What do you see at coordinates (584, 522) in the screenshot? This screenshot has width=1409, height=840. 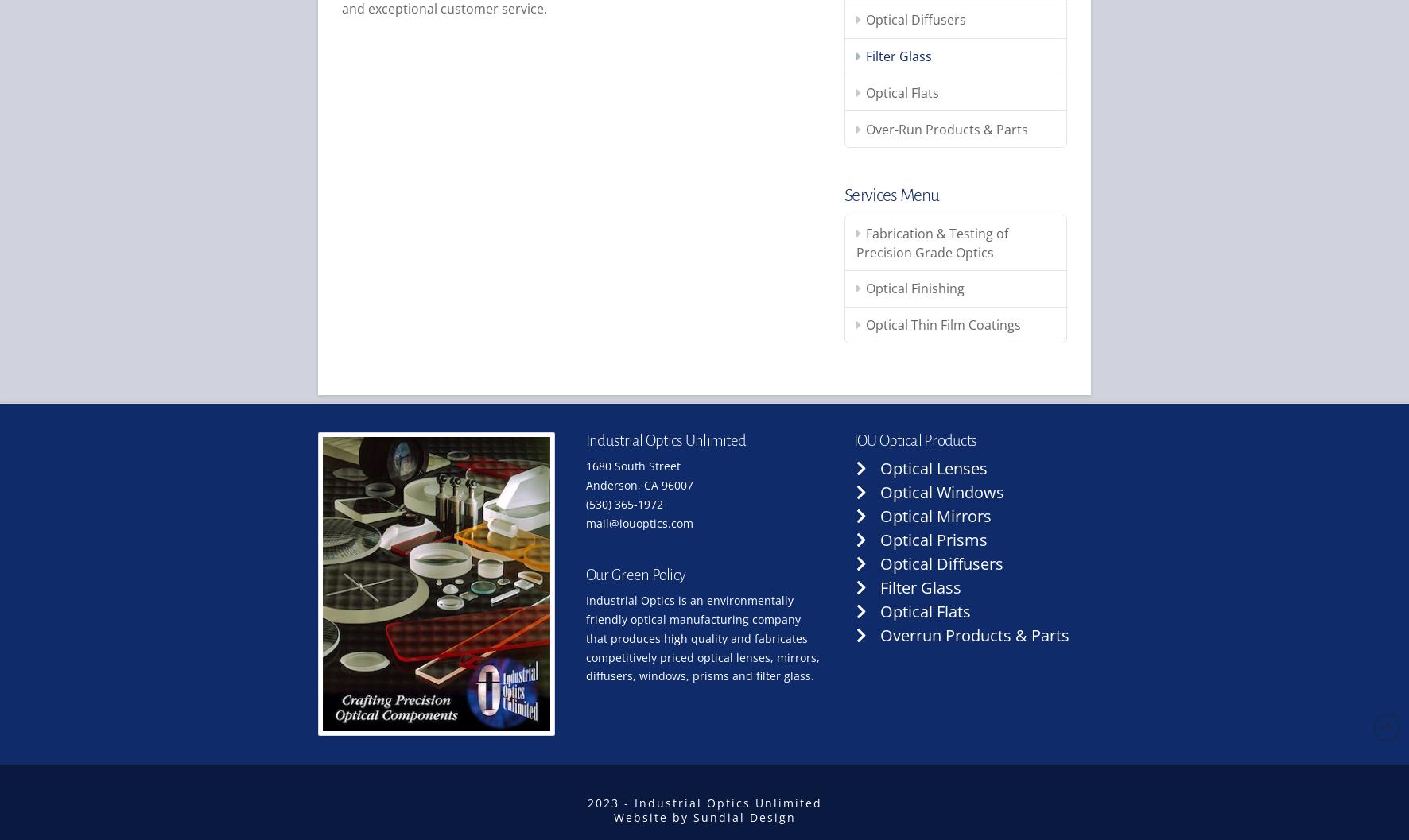 I see `'mail@iouoptics.com'` at bounding box center [584, 522].